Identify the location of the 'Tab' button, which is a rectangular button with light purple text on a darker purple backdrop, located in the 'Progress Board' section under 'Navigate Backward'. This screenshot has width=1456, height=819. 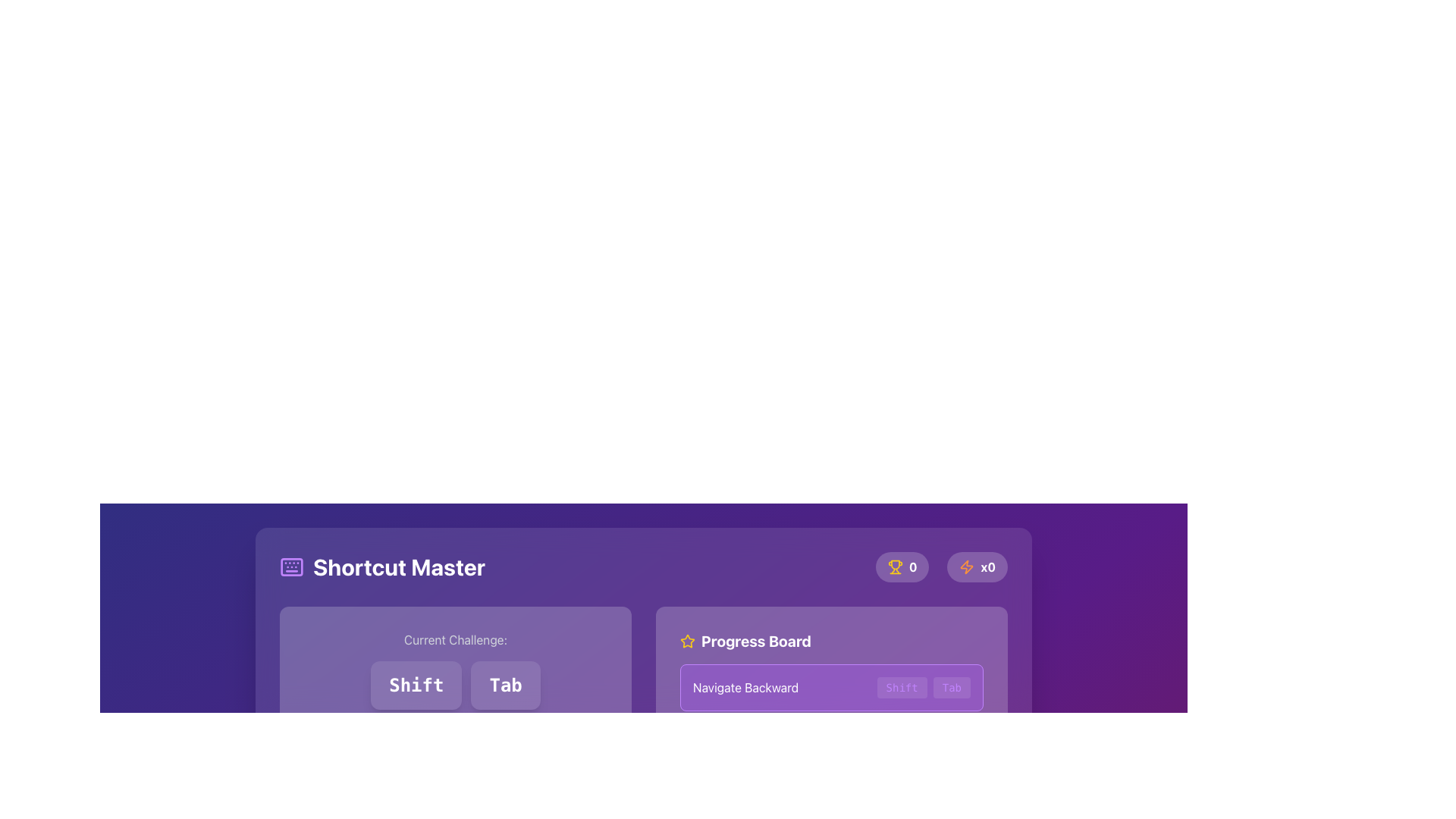
(951, 687).